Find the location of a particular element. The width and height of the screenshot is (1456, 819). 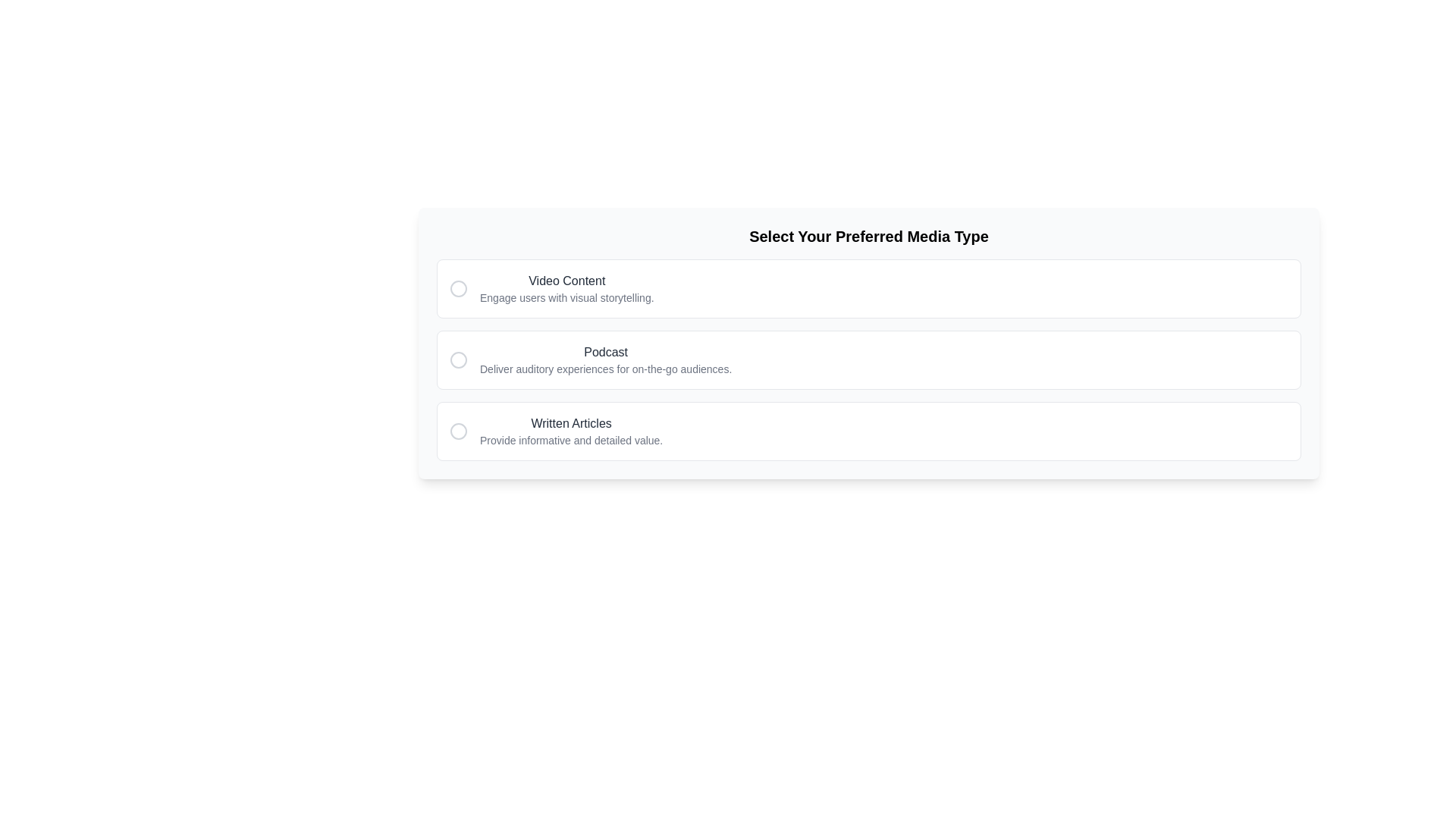

the 'Video Content' list item is located at coordinates (566, 289).